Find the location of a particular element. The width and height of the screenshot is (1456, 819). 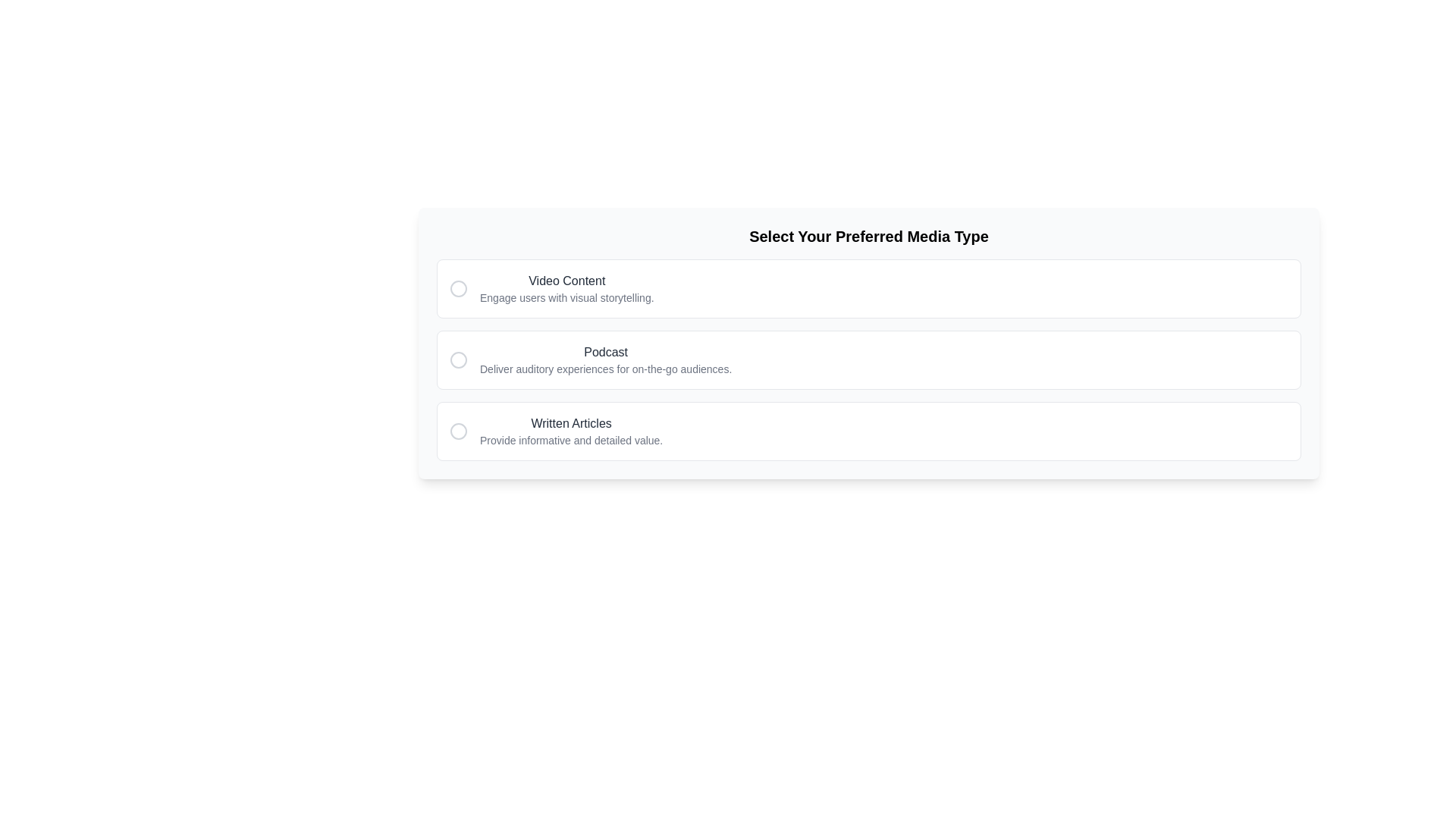

the 'Video Content' list item is located at coordinates (566, 289).